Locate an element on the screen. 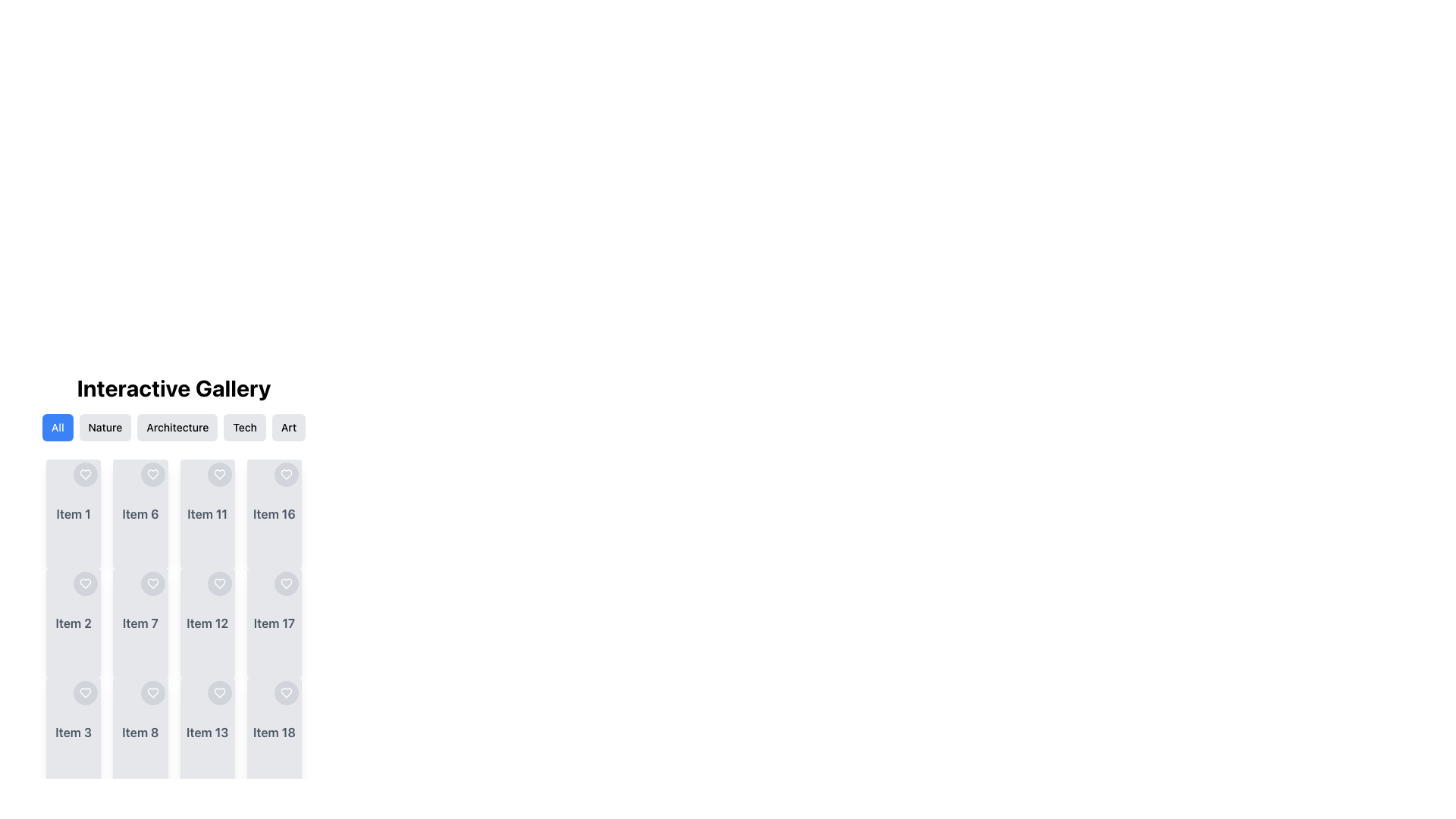 Image resolution: width=1456 pixels, height=819 pixels. the favorite icon button located at the top-right corner of 'Item 16' card in the fourth column of the gallery is located at coordinates (287, 473).